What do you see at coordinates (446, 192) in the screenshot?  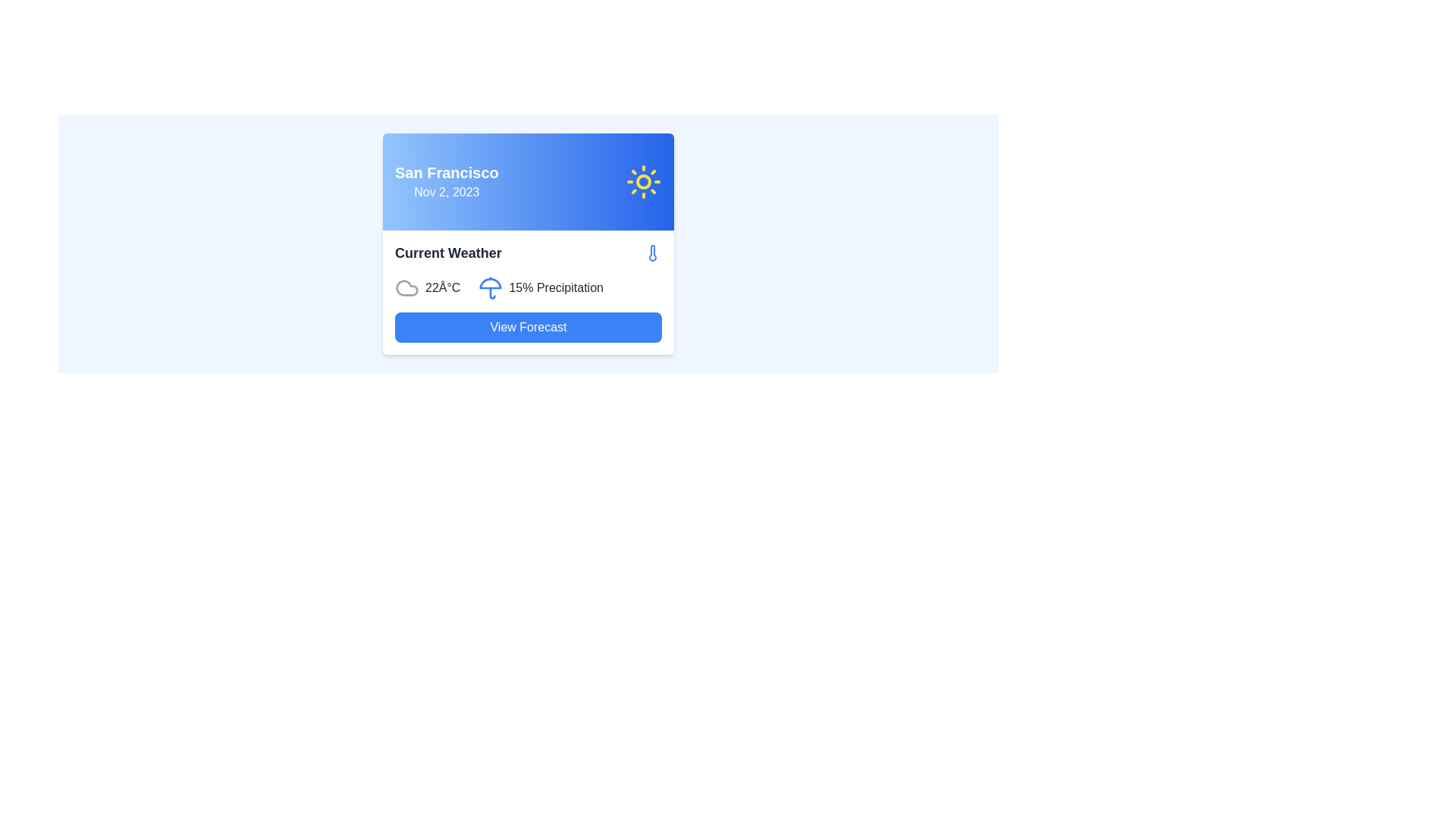 I see `the text label displaying the date 'Nov 2, 2023', which is styled with white text on a blue gradient background, positioned below the 'San Francisco' label` at bounding box center [446, 192].